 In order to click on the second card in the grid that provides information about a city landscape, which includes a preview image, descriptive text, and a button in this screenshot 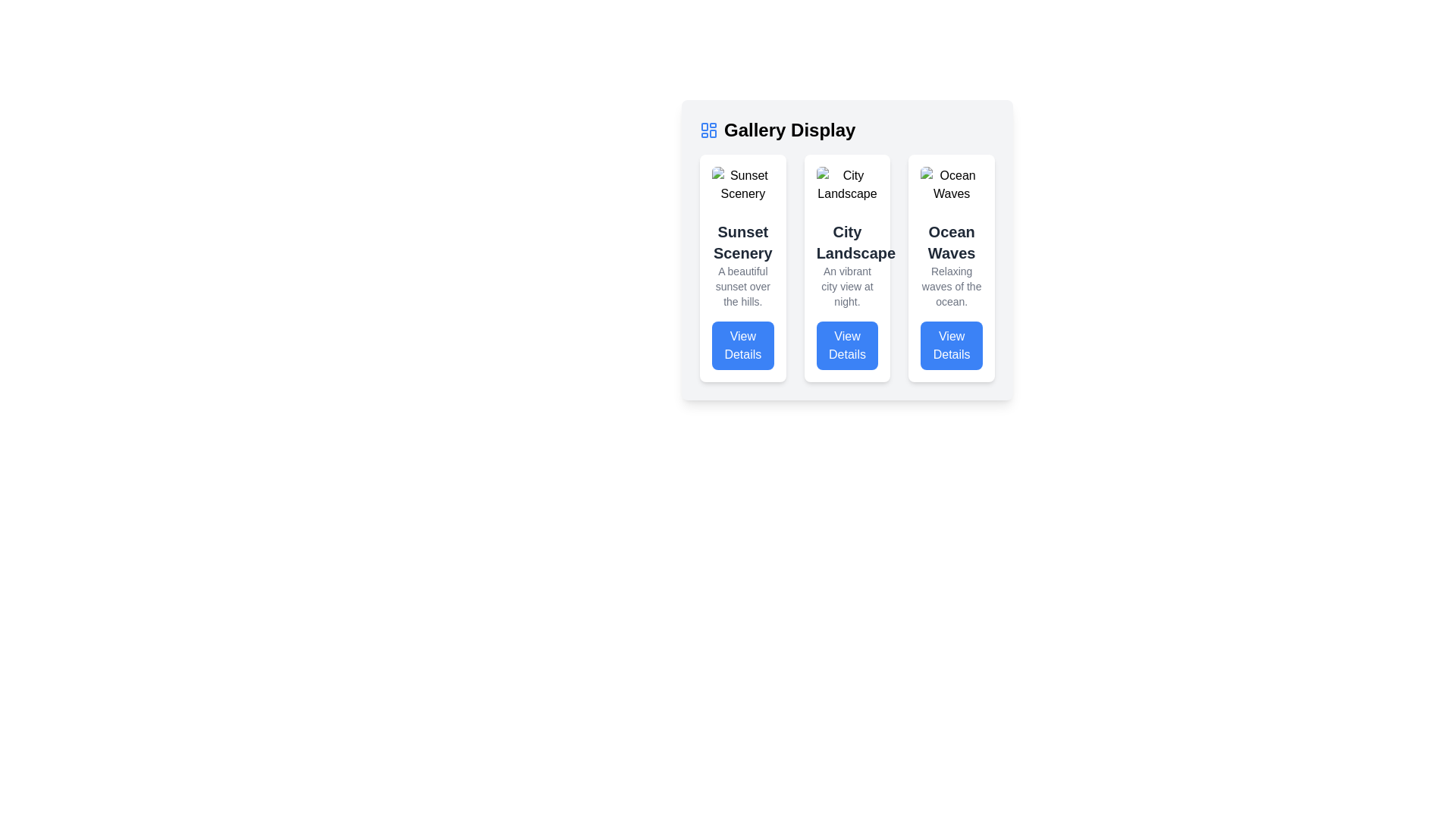, I will do `click(846, 268)`.